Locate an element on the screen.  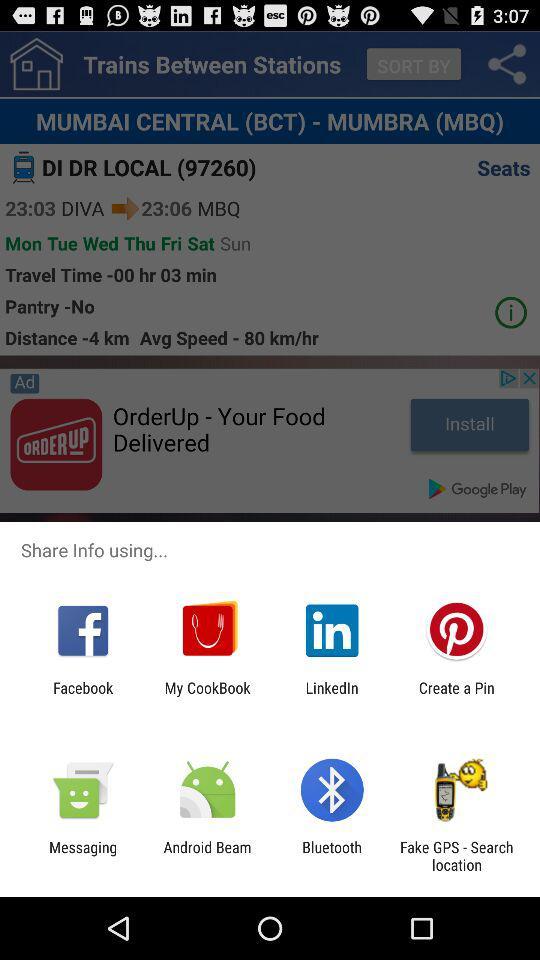
create a pin is located at coordinates (456, 696).